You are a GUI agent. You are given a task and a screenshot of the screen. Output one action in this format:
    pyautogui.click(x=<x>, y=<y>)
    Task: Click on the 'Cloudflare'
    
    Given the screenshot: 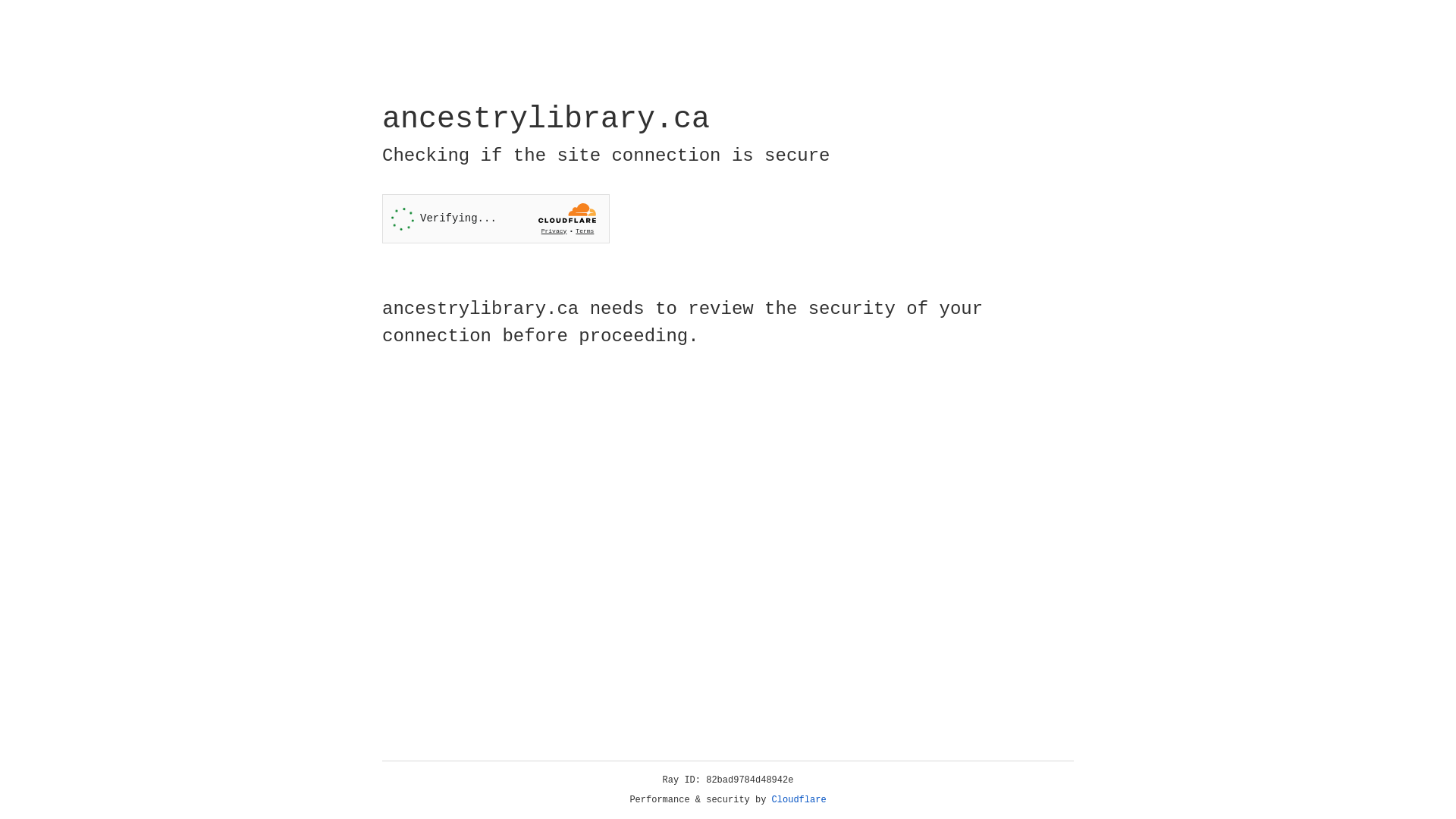 What is the action you would take?
    pyautogui.click(x=799, y=799)
    